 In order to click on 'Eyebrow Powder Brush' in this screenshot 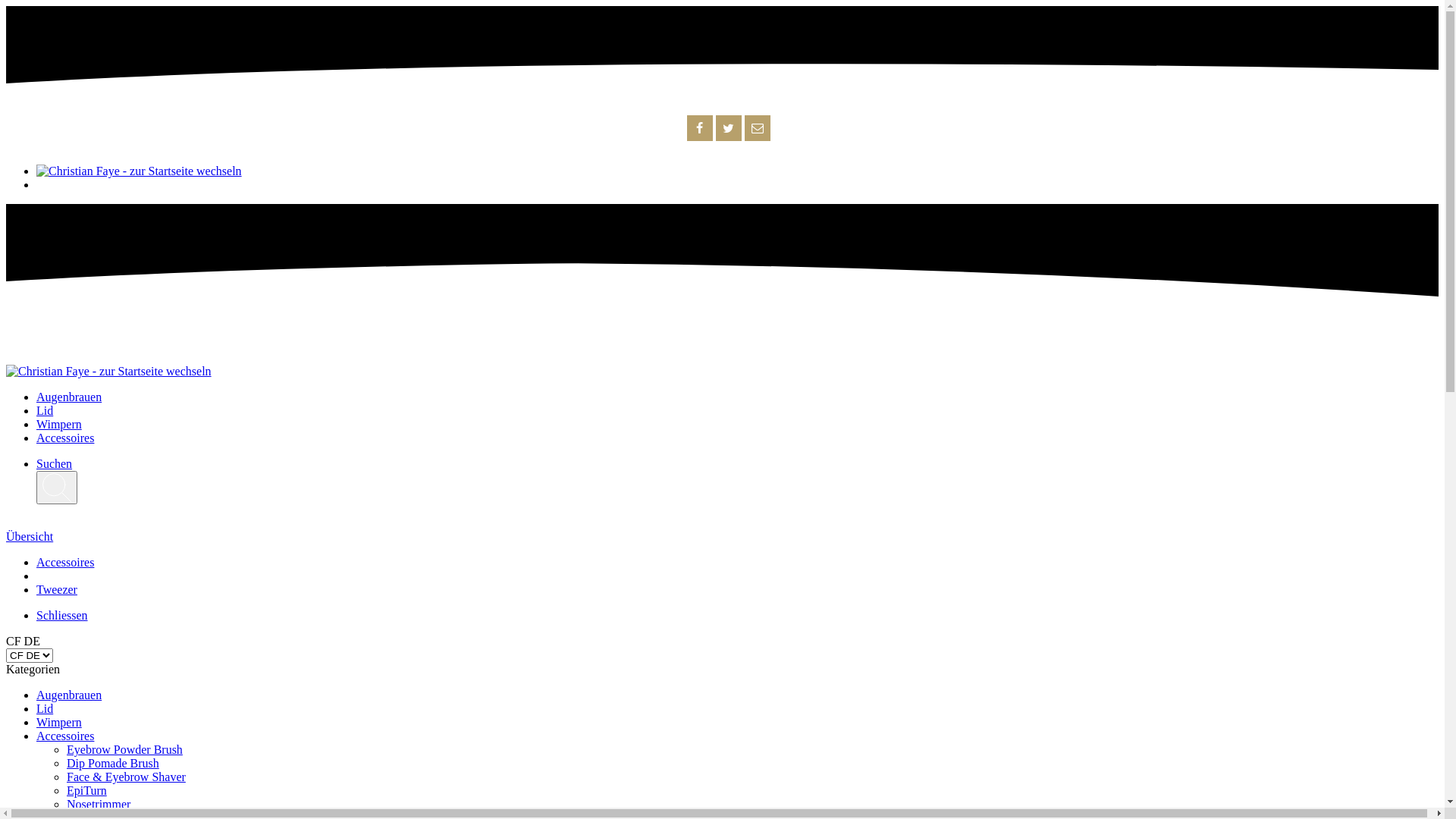, I will do `click(65, 748)`.